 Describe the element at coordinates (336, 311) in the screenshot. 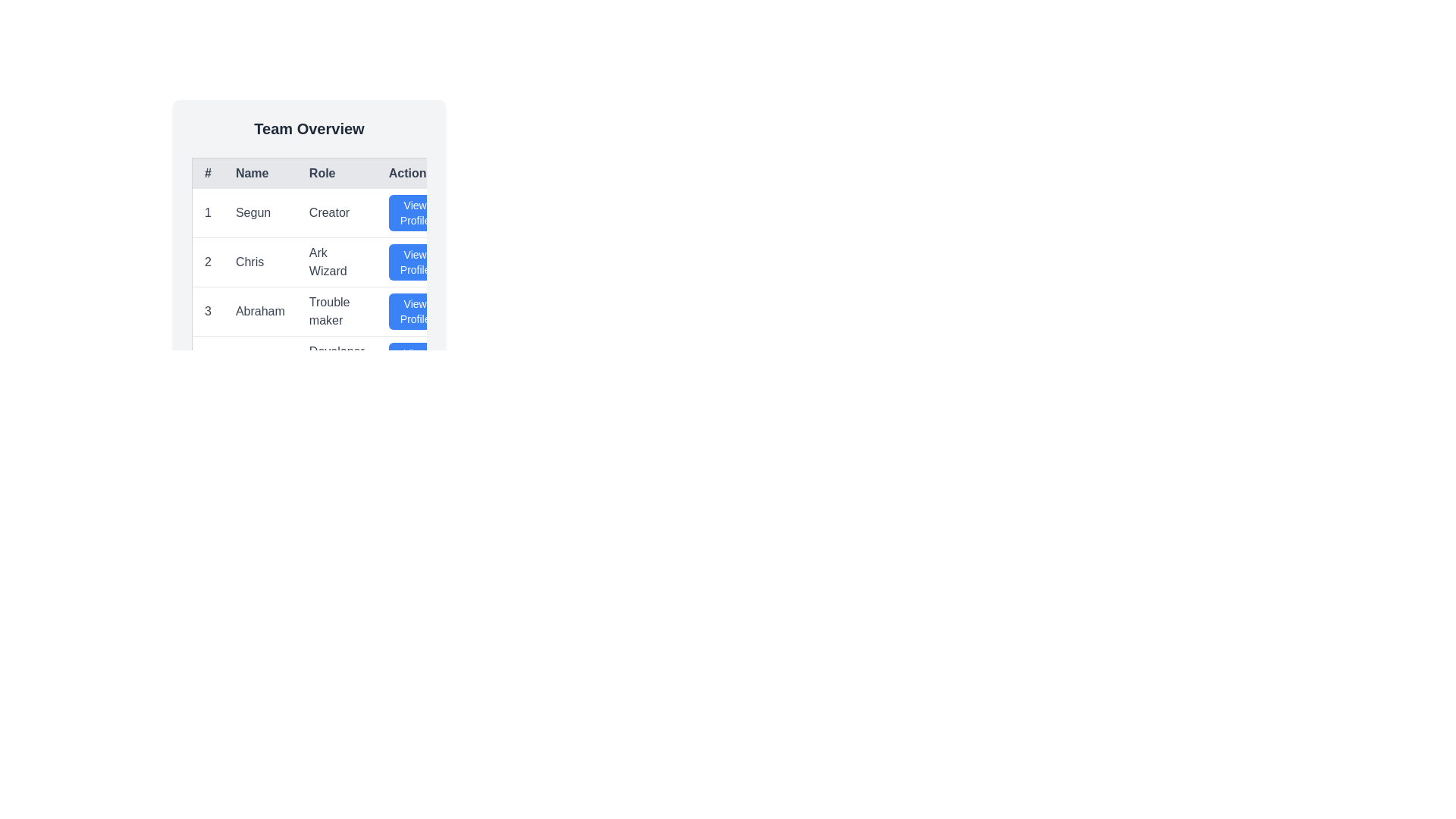

I see `the text label displaying 'Trouble maker' located in the third row under the 'Role' column of the table, situated between the 'Name' cell containing 'Abraham' and the 'Action' cell featuring a 'View Profile' button` at that location.